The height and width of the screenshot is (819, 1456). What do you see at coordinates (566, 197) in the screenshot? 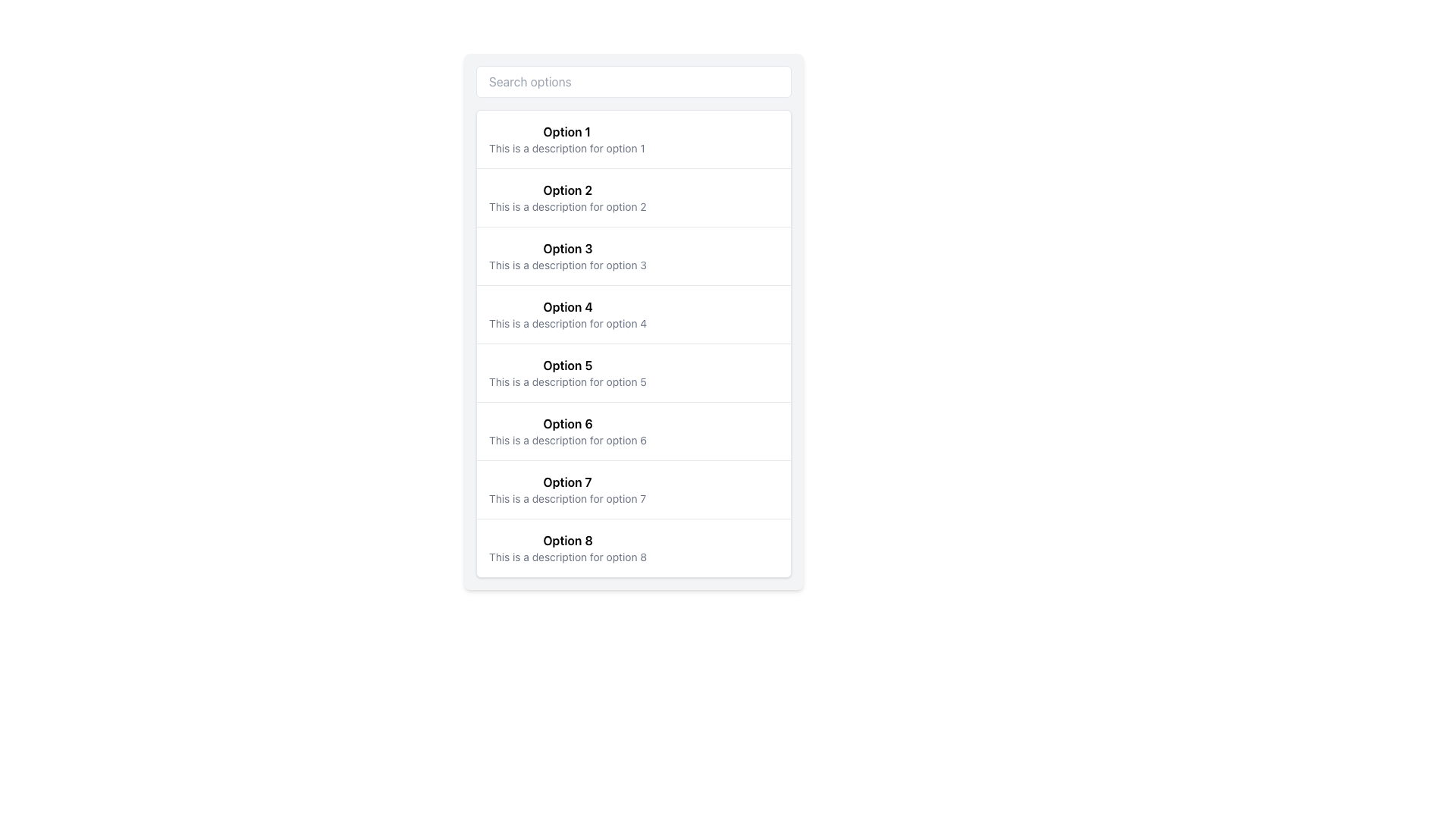
I see `the second list item option which presents the title and description, located between 'Option 1' and 'Option 3'` at bounding box center [566, 197].